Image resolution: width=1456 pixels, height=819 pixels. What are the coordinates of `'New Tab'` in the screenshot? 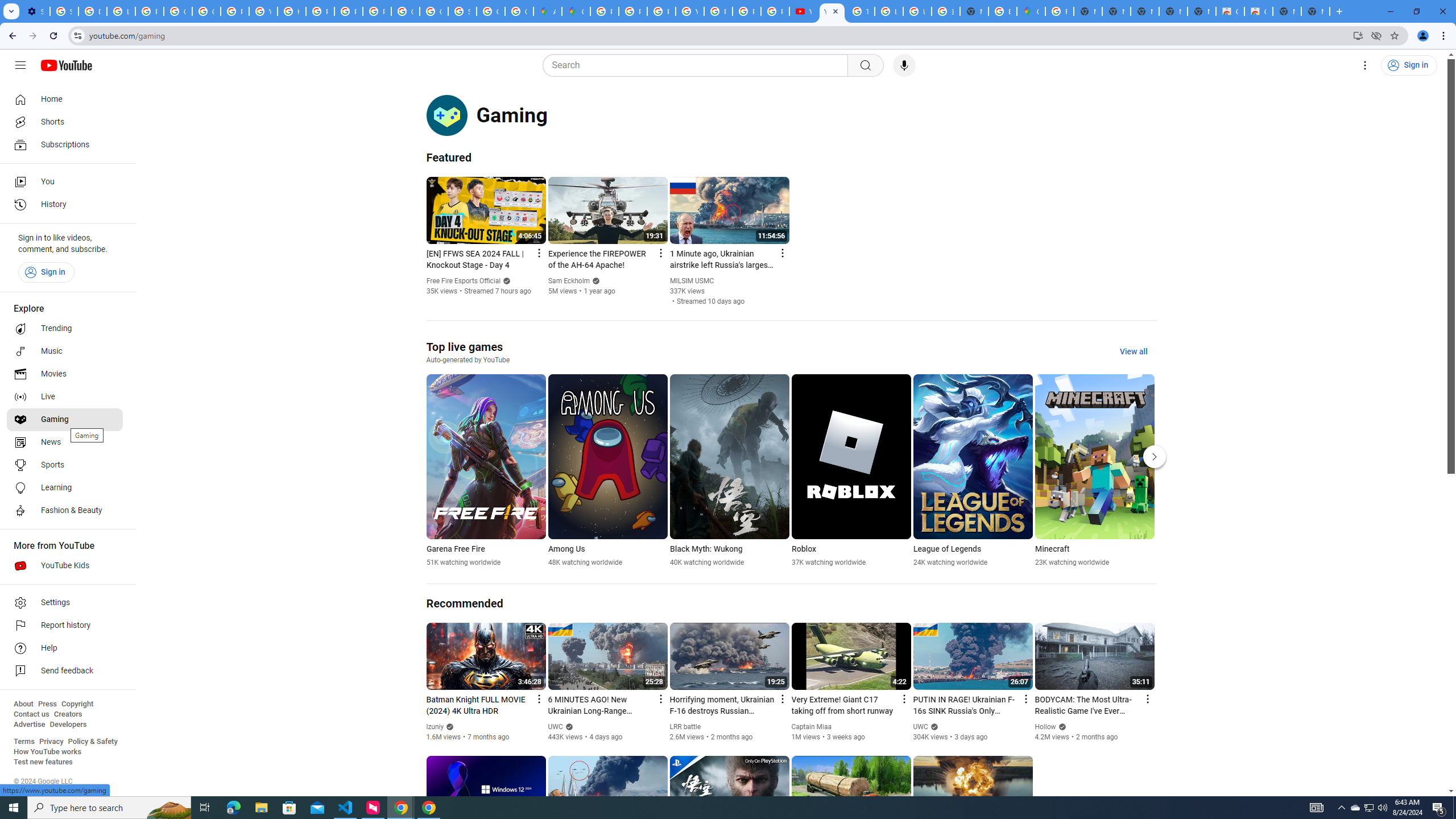 It's located at (1314, 11).